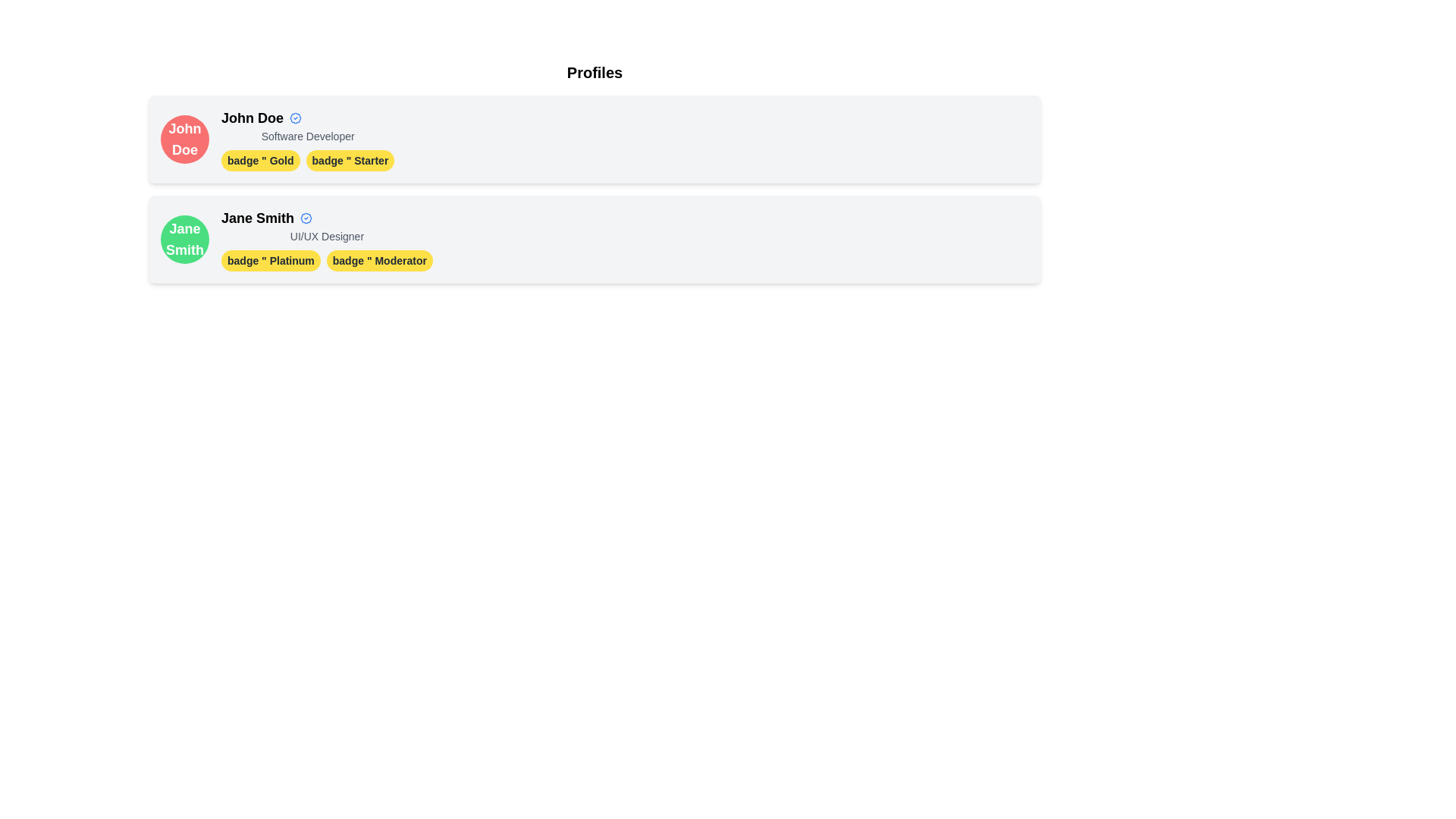 The image size is (1456, 819). What do you see at coordinates (326, 237) in the screenshot?
I see `the text label indicating the professional role of 'Jane Smith' located in the second profile card, directly beneath the name for copy-pasting` at bounding box center [326, 237].